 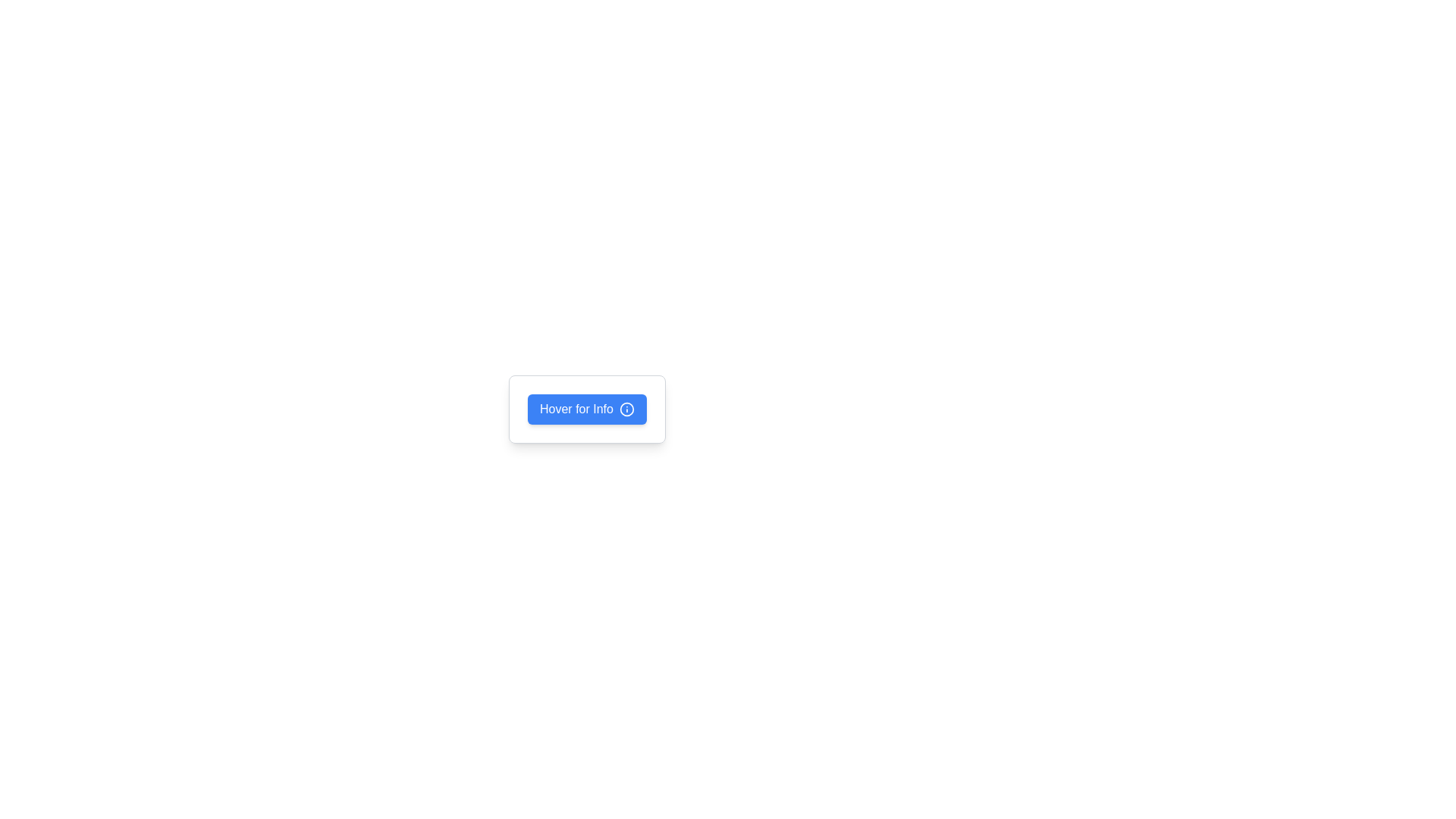 I want to click on the circular portion of the 'info' icon located at the top-right of the 'Hover for Info' button, so click(x=626, y=409).